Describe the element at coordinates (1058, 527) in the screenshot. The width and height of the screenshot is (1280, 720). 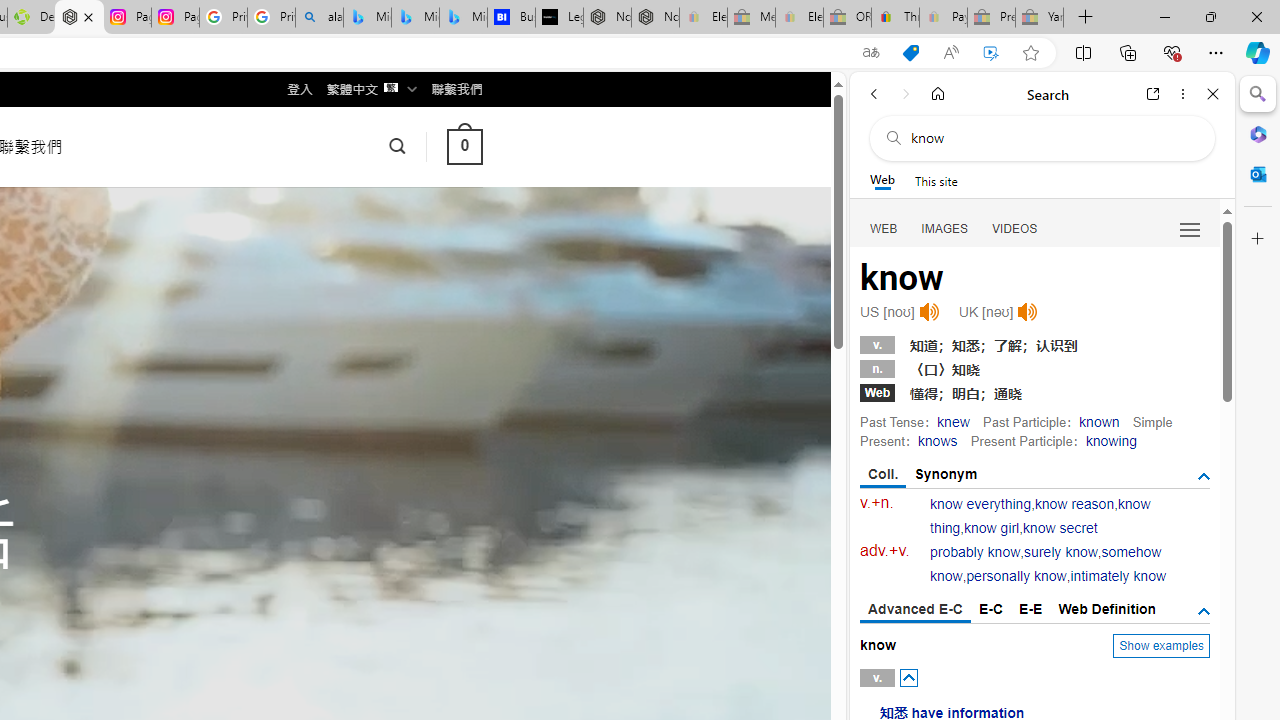
I see `'know secret'` at that location.